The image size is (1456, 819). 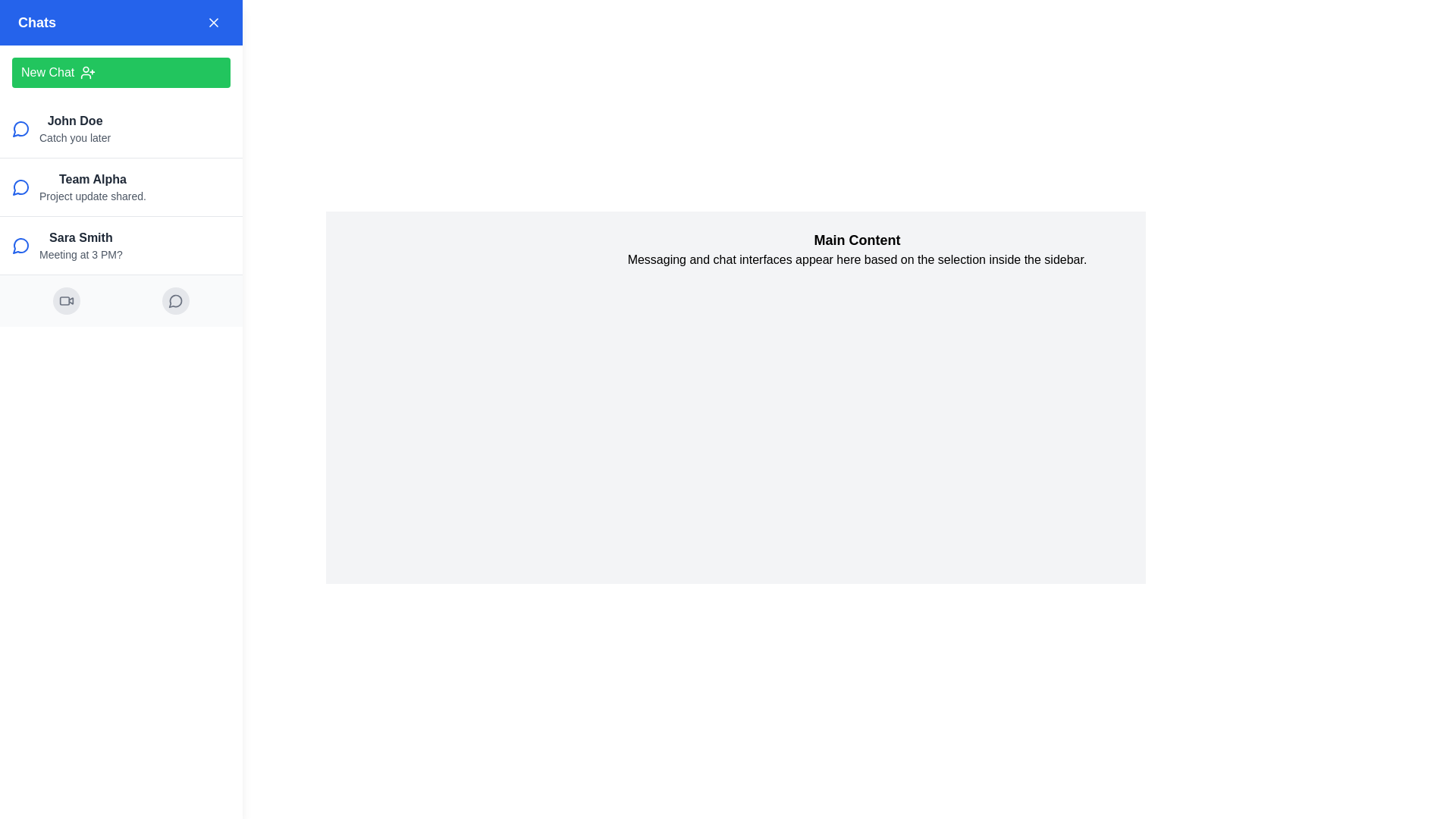 What do you see at coordinates (92, 186) in the screenshot?
I see `the Chat entry text block for 'Team Alpha', located` at bounding box center [92, 186].